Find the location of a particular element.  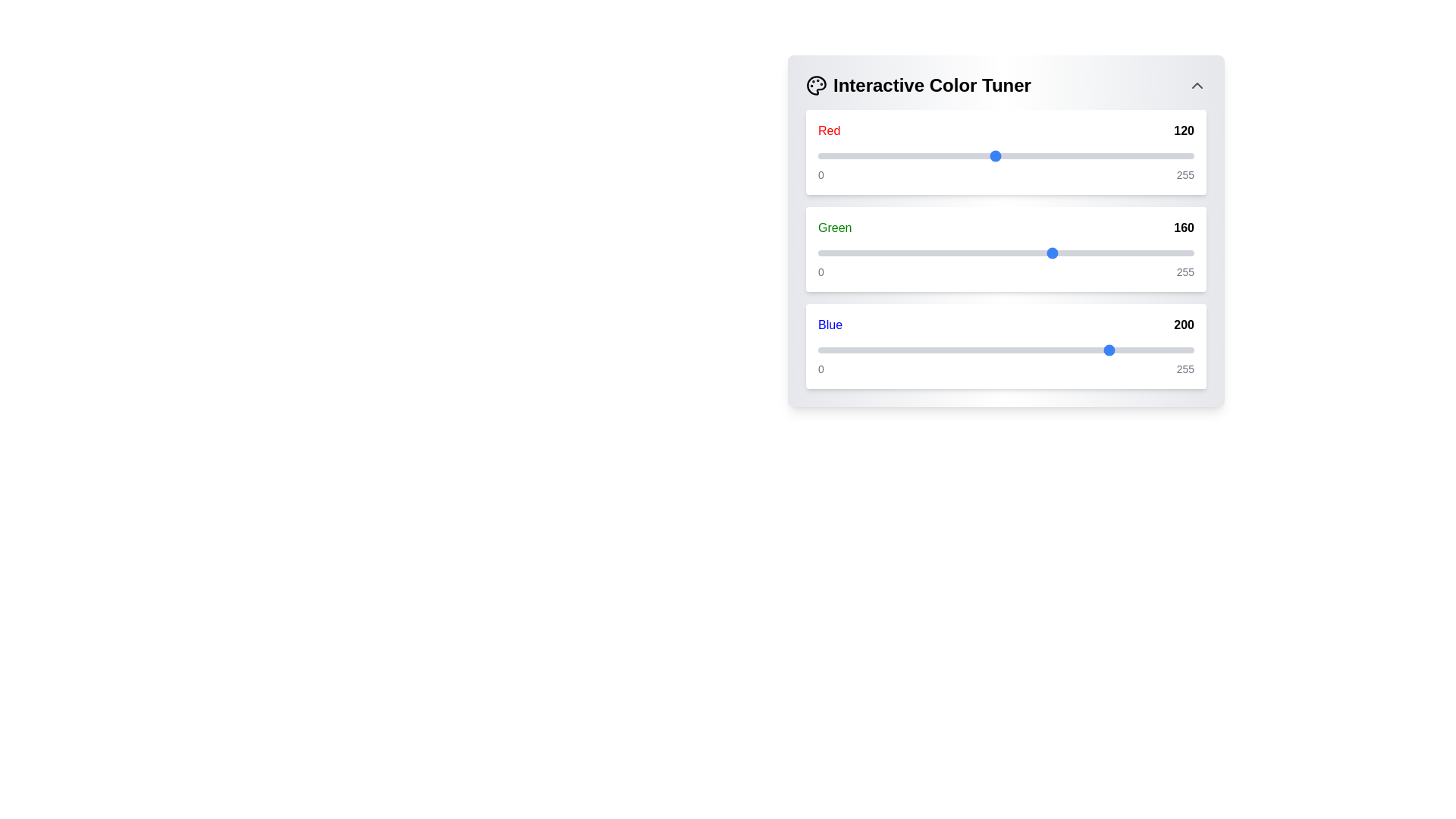

the green color intensity is located at coordinates (1126, 253).